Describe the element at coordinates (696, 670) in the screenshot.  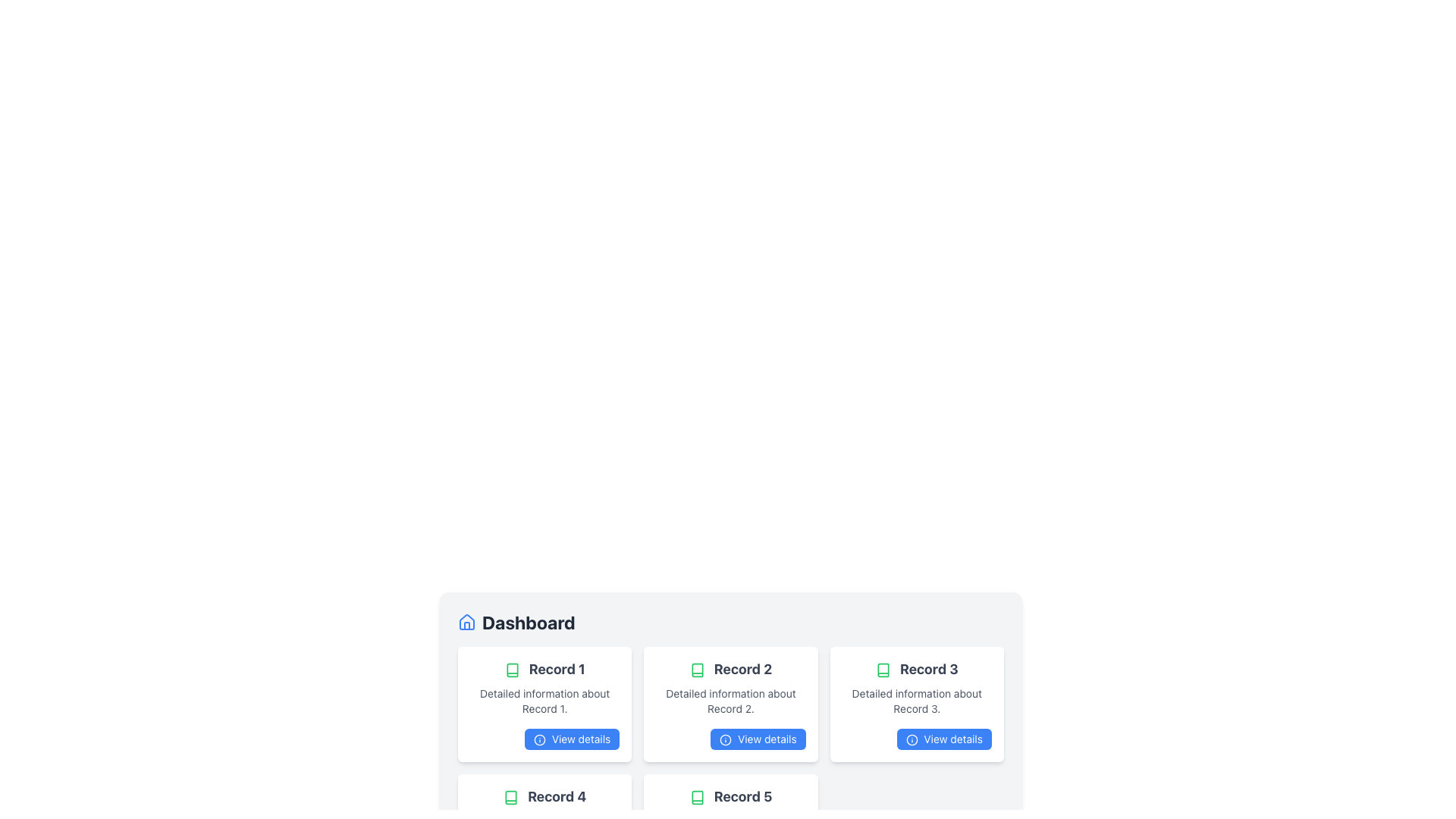
I see `the green book icon located to the left of the text 'Record 2' in the second column of a 3-column layout` at that location.